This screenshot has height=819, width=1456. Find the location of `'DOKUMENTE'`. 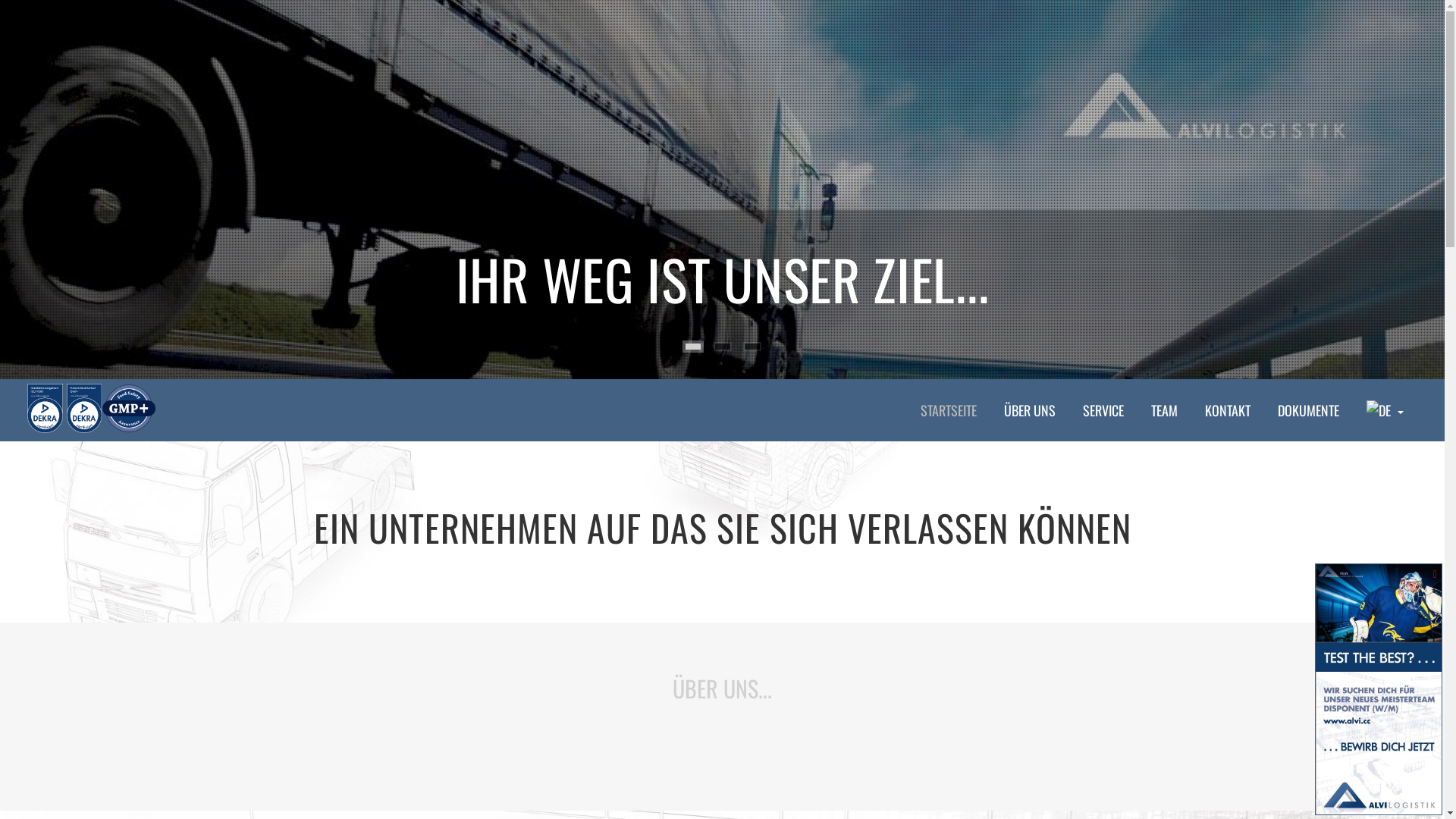

'DOKUMENTE' is located at coordinates (1307, 409).